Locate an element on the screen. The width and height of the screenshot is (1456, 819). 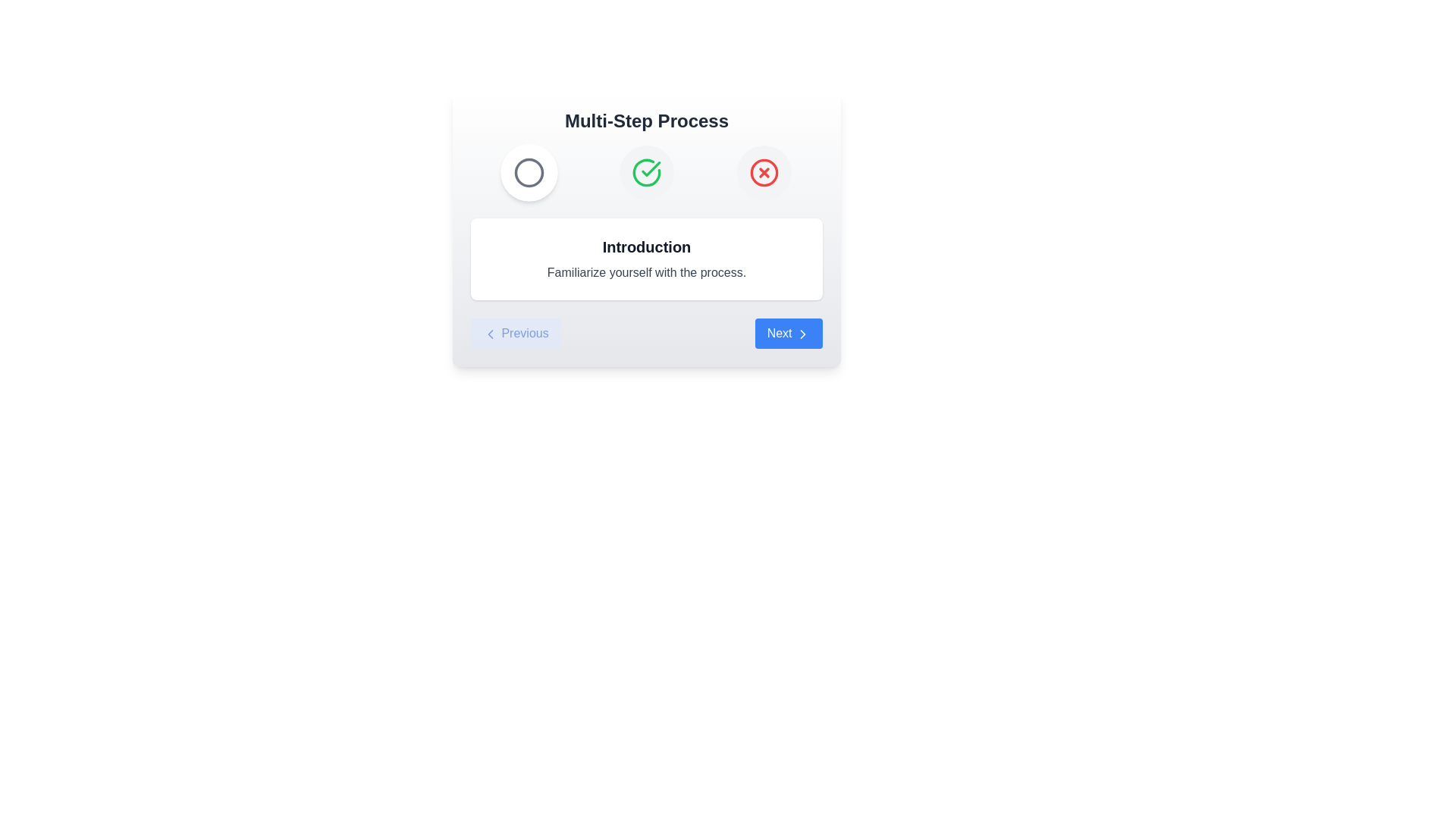
the 'Next' button to proceed to the next step is located at coordinates (789, 332).